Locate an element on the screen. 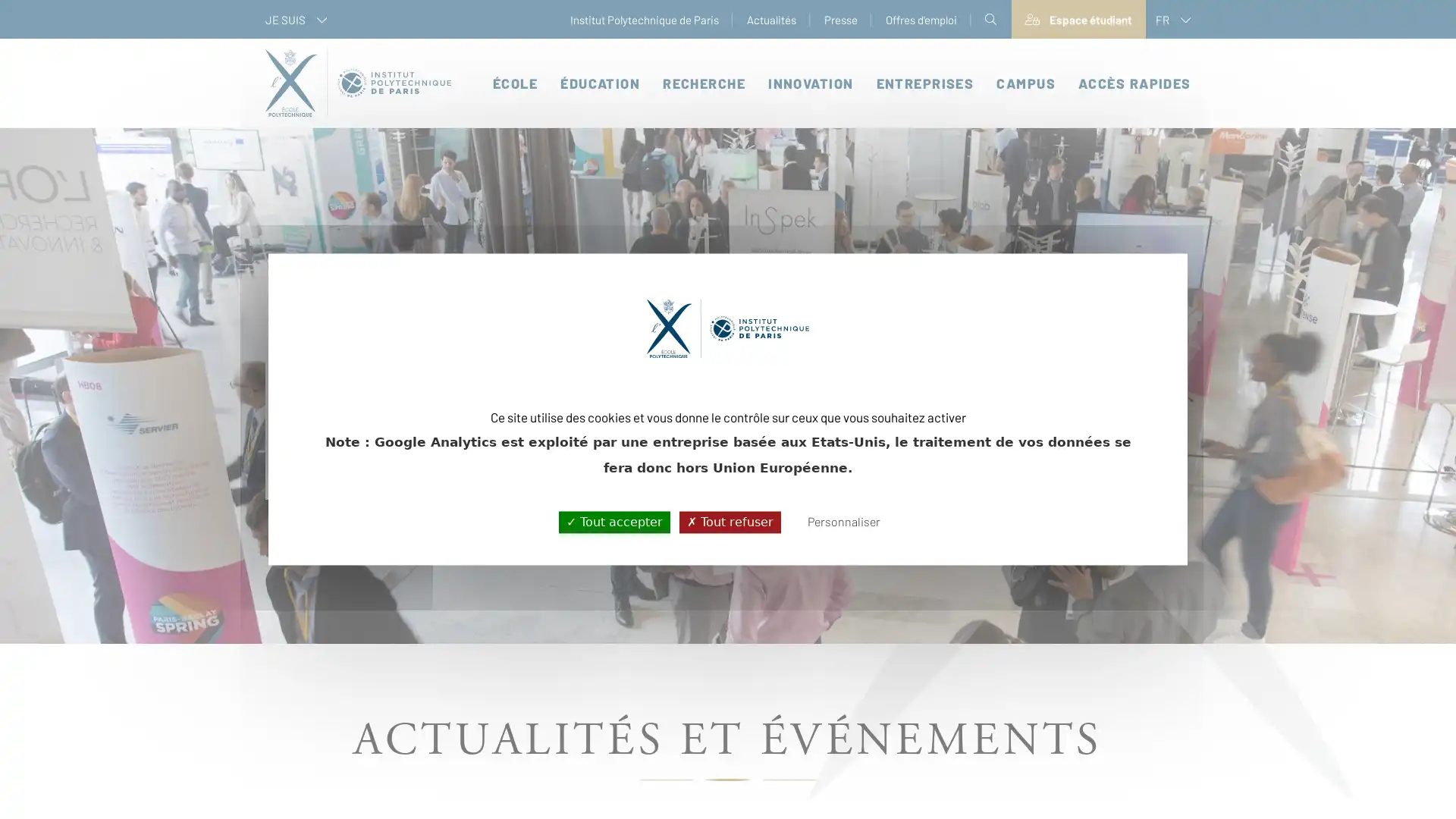 The height and width of the screenshot is (819, 1456). Personnaliser (fenetre modale) is located at coordinates (843, 522).